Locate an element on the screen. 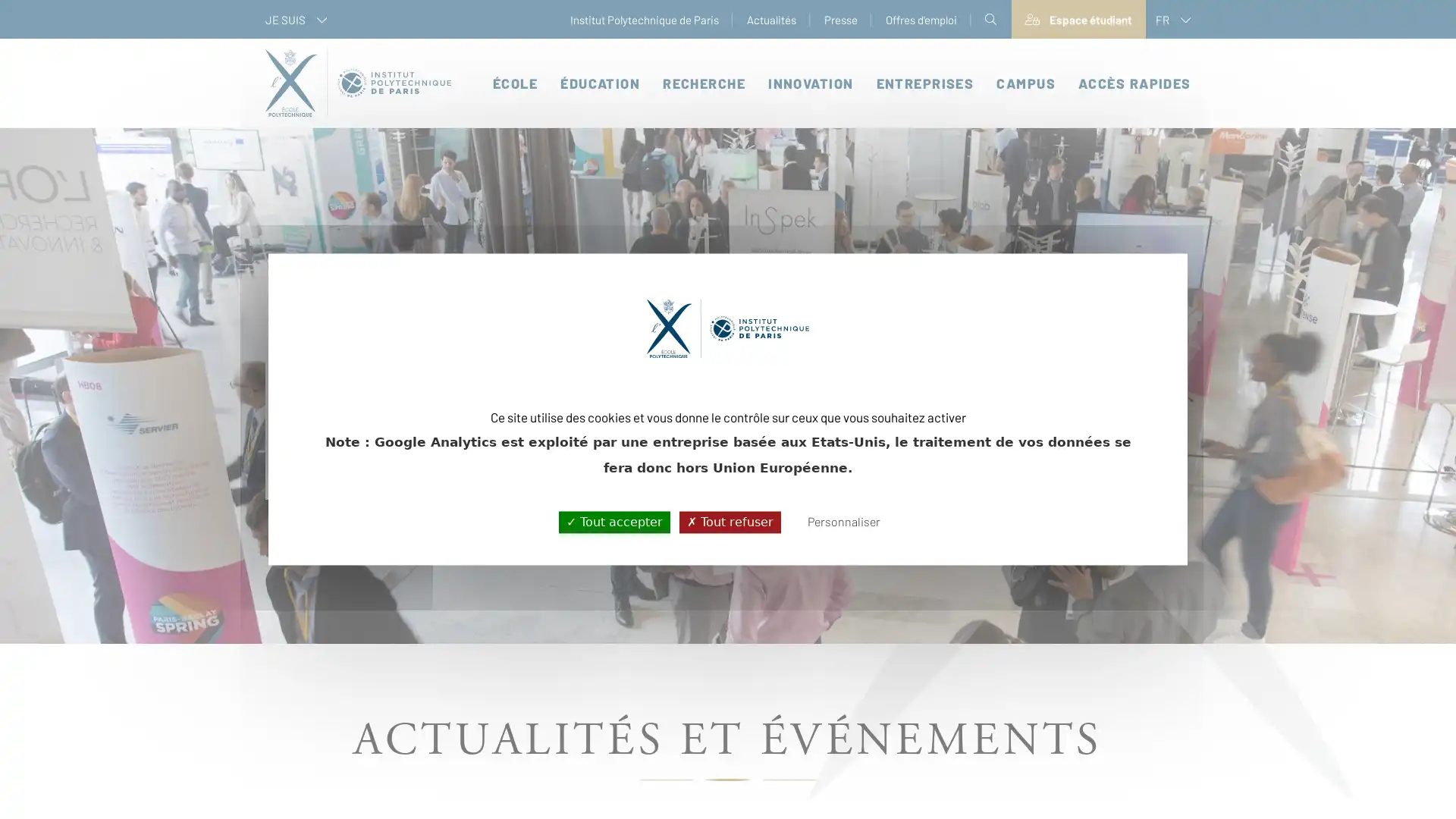 The height and width of the screenshot is (819, 1456). Personnaliser (fenetre modale) is located at coordinates (843, 522).